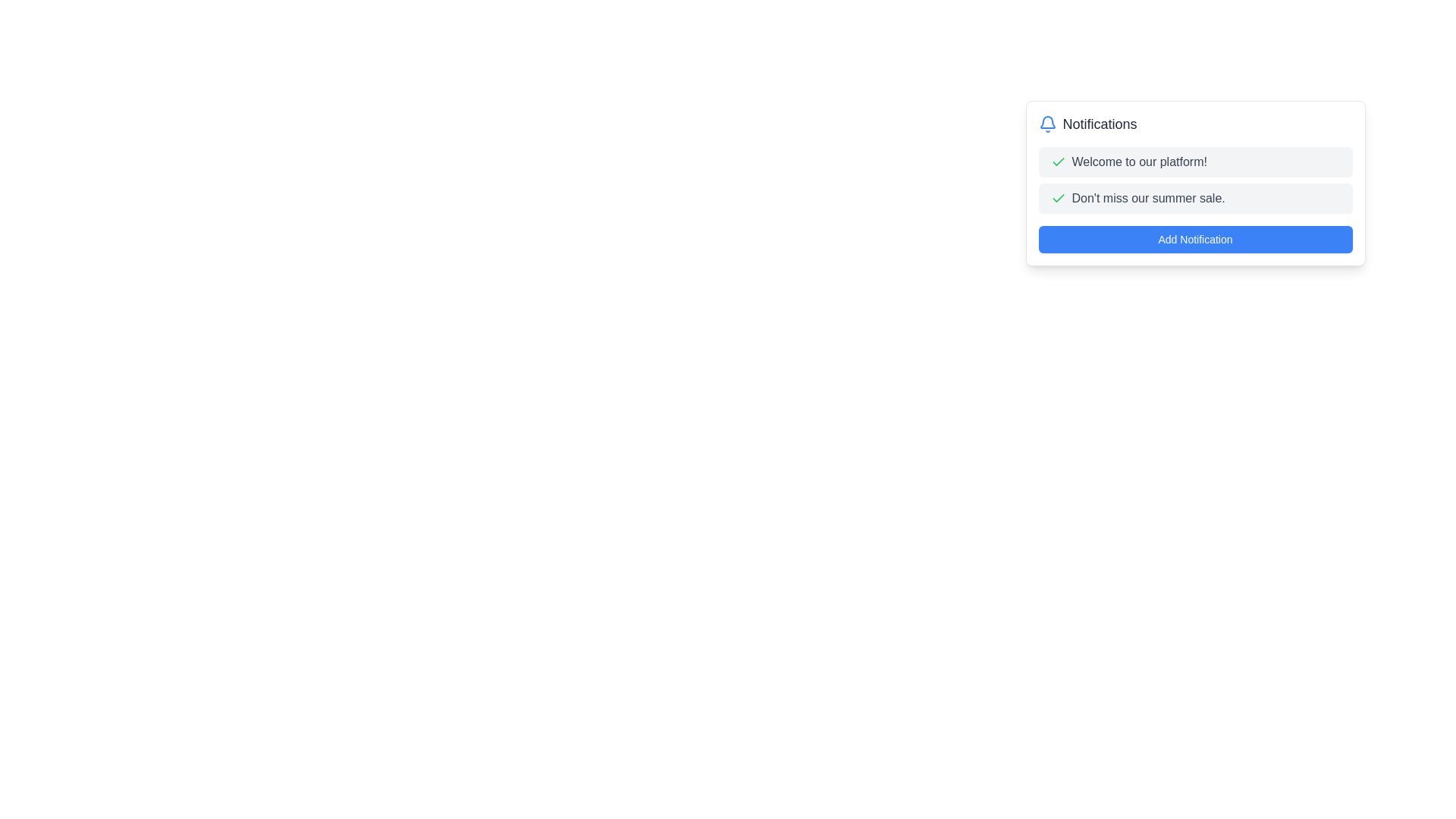 The image size is (1456, 819). What do you see at coordinates (1194, 198) in the screenshot?
I see `the text 'Don't miss our summer sale.' in the Notification Row` at bounding box center [1194, 198].